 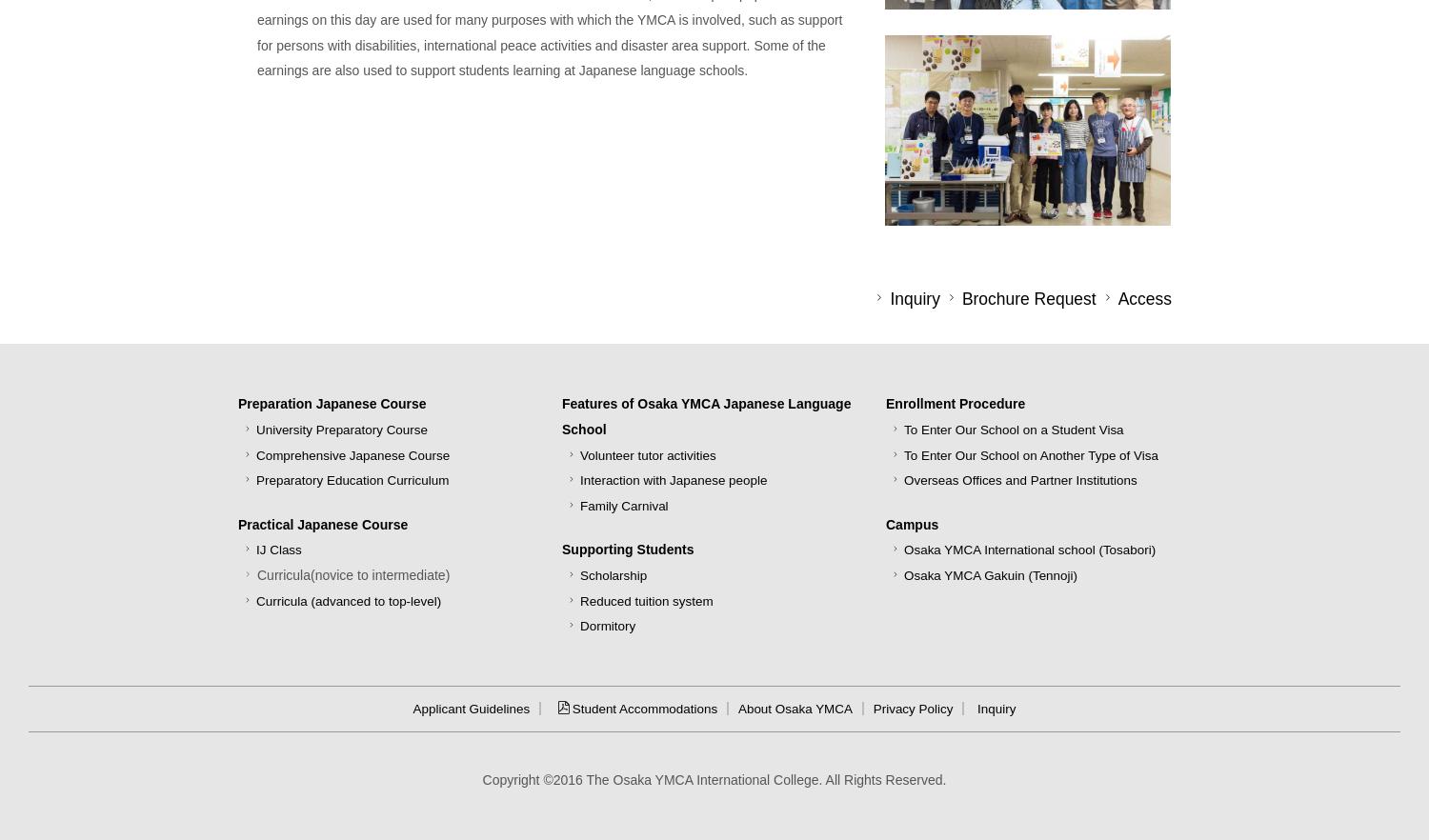 What do you see at coordinates (255, 430) in the screenshot?
I see `'University Preparatory Course'` at bounding box center [255, 430].